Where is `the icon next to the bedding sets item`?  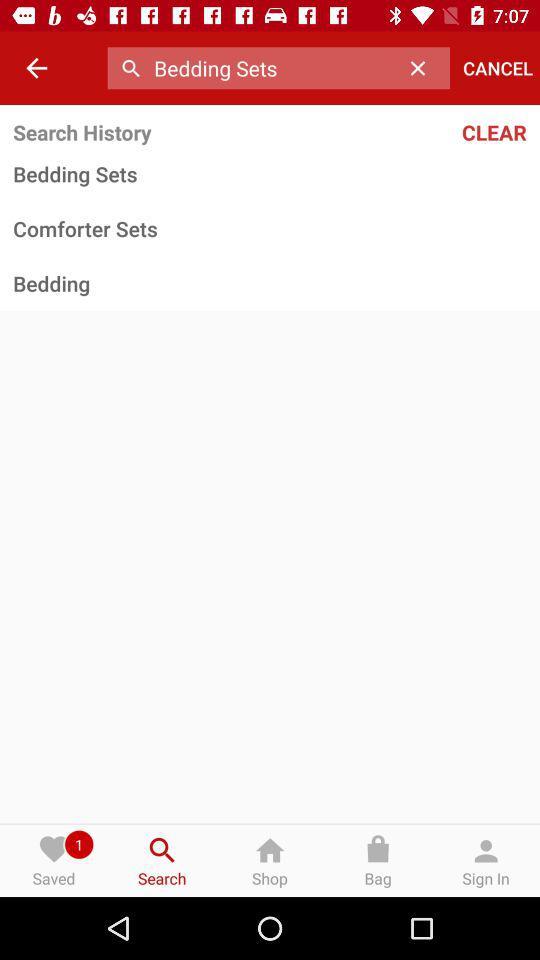
the icon next to the bedding sets item is located at coordinates (422, 68).